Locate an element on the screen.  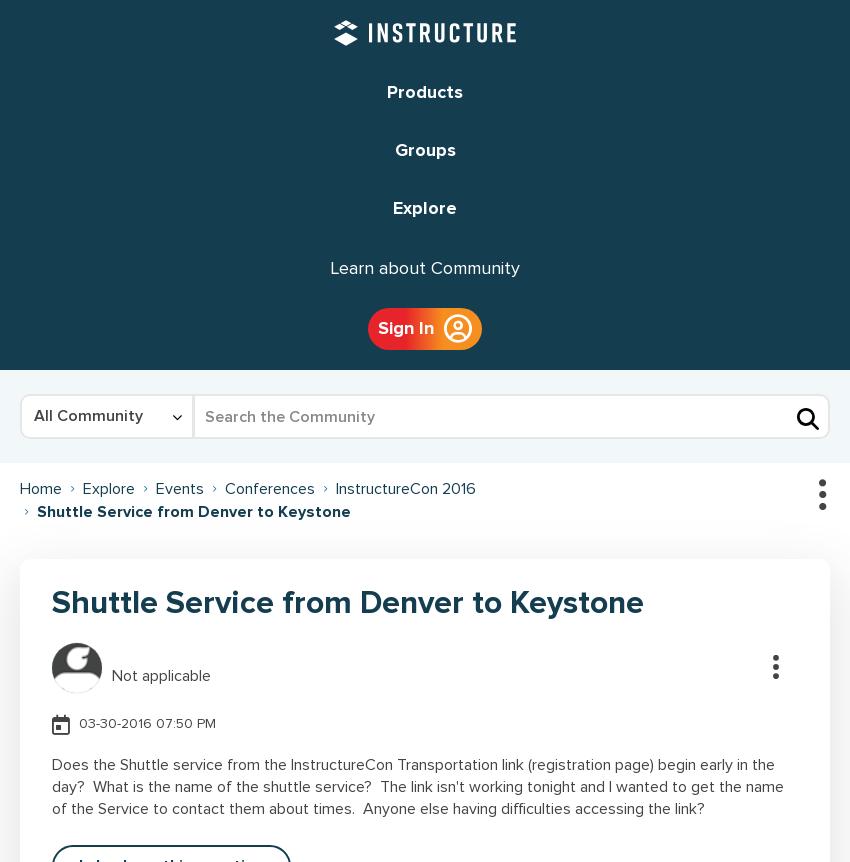
'Sign In' is located at coordinates (405, 329).